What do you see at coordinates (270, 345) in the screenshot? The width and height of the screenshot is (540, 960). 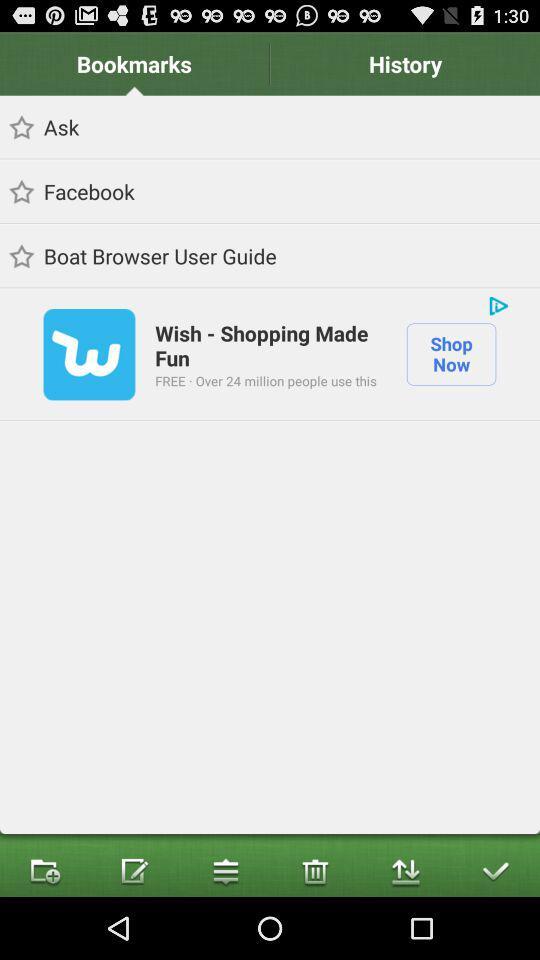 I see `the wish shopping made` at bounding box center [270, 345].